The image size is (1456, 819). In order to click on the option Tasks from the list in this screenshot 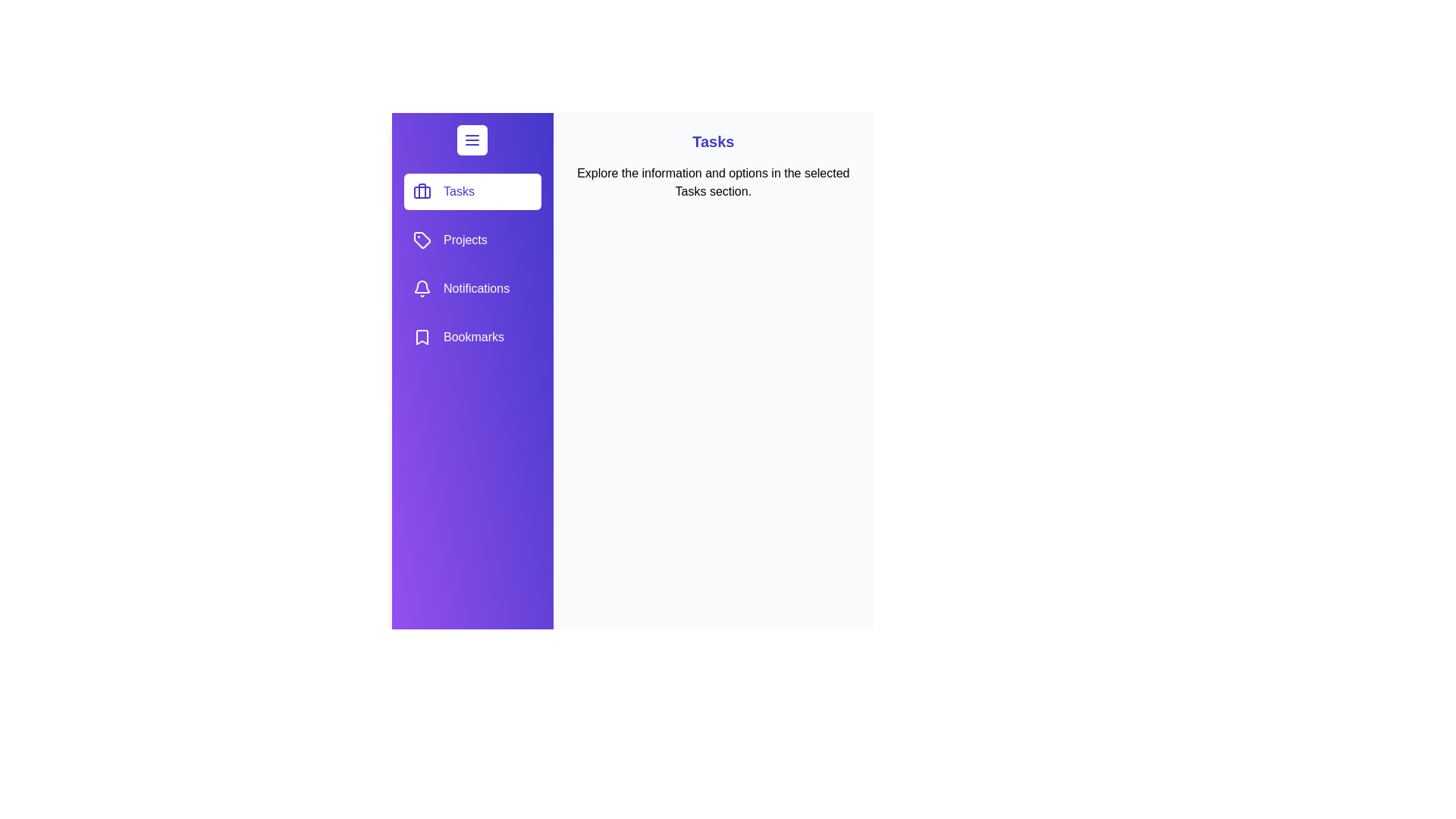, I will do `click(472, 191)`.